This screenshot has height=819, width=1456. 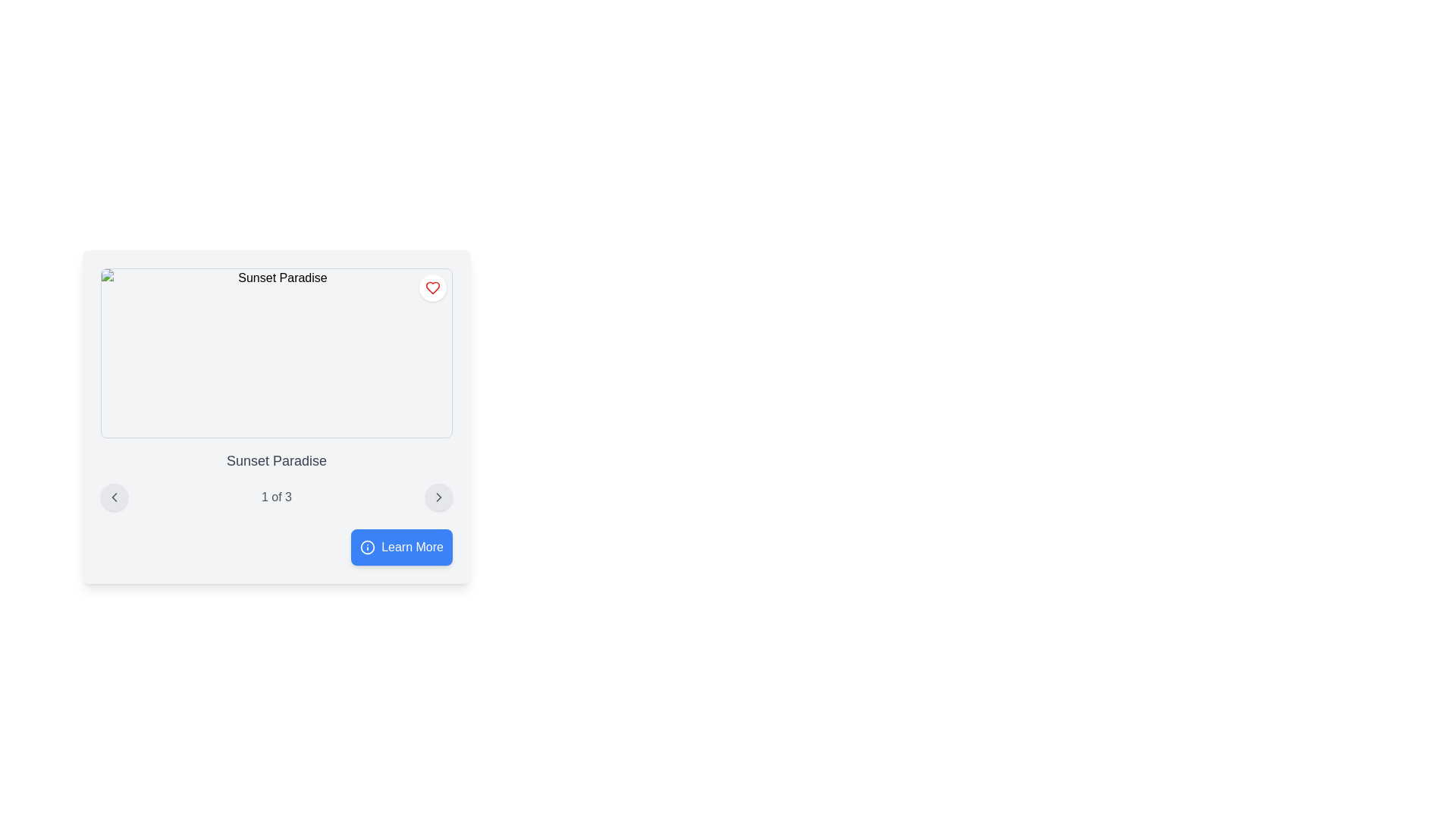 What do you see at coordinates (113, 497) in the screenshot?
I see `the left-pointing chevron icon embedded in a circular button, which is part of a button group beneath a card interface` at bounding box center [113, 497].